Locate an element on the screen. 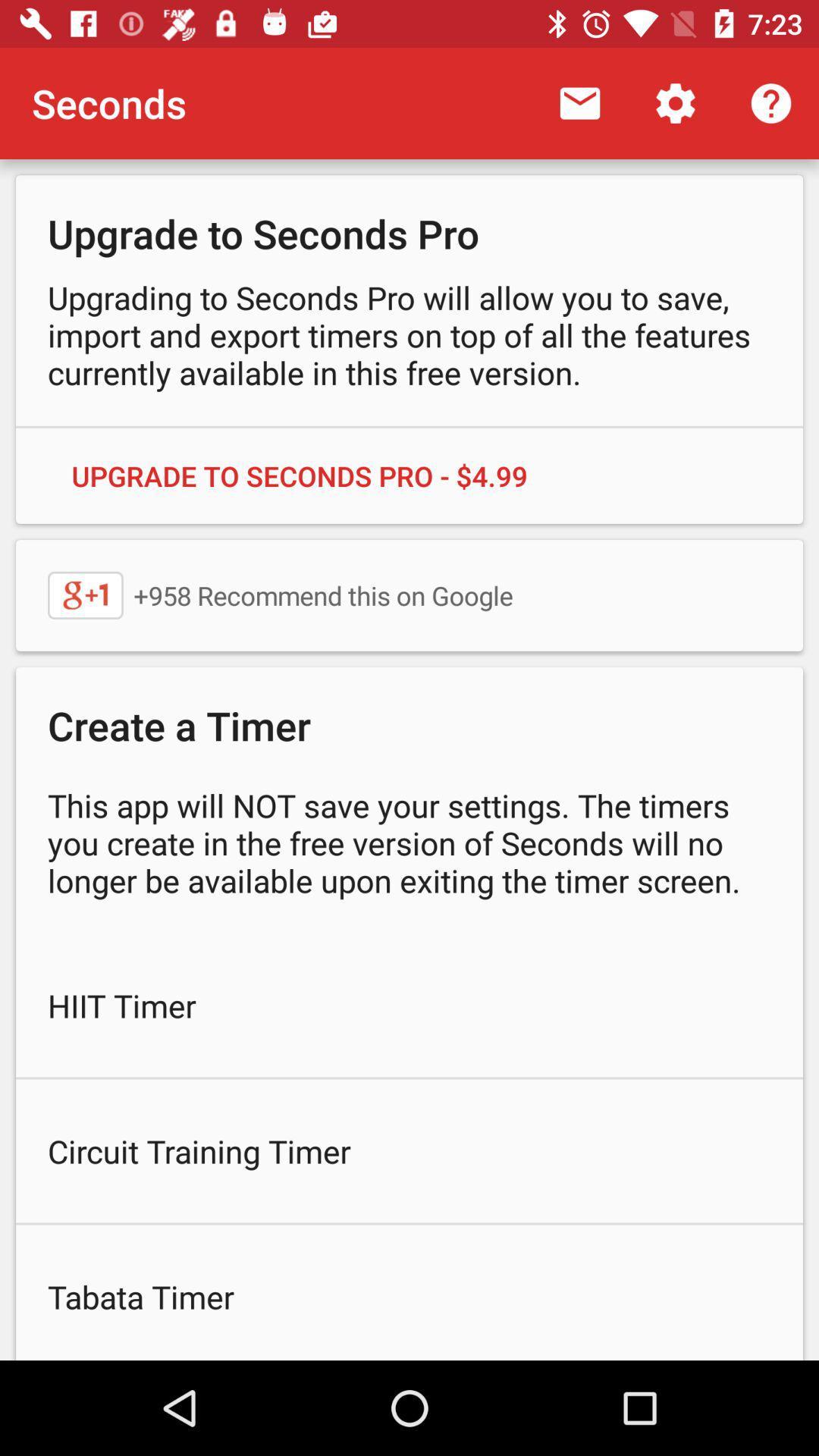  the text immediately below hiit timer is located at coordinates (409, 1151).